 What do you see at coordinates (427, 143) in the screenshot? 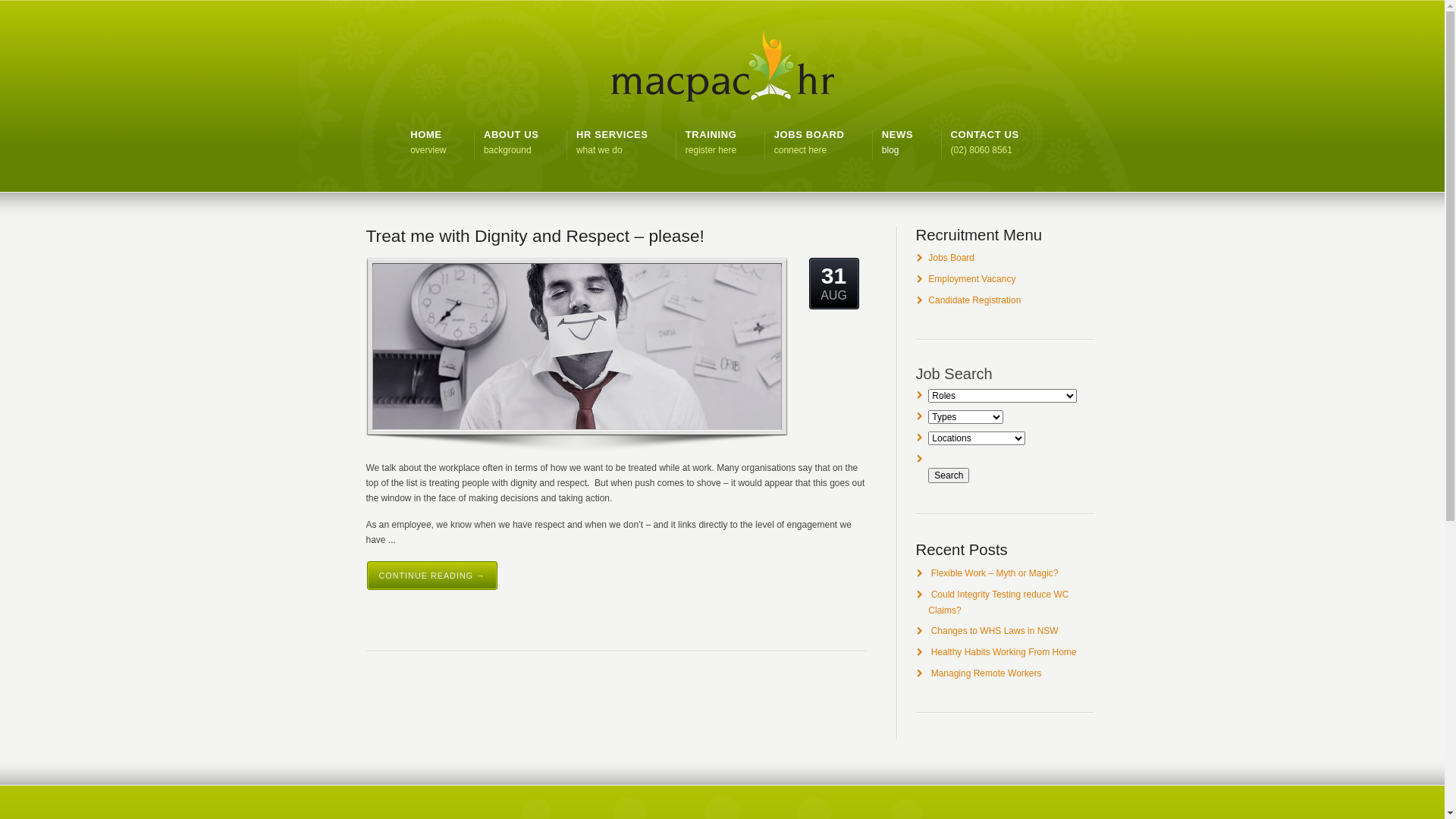
I see `'HOME` at bounding box center [427, 143].